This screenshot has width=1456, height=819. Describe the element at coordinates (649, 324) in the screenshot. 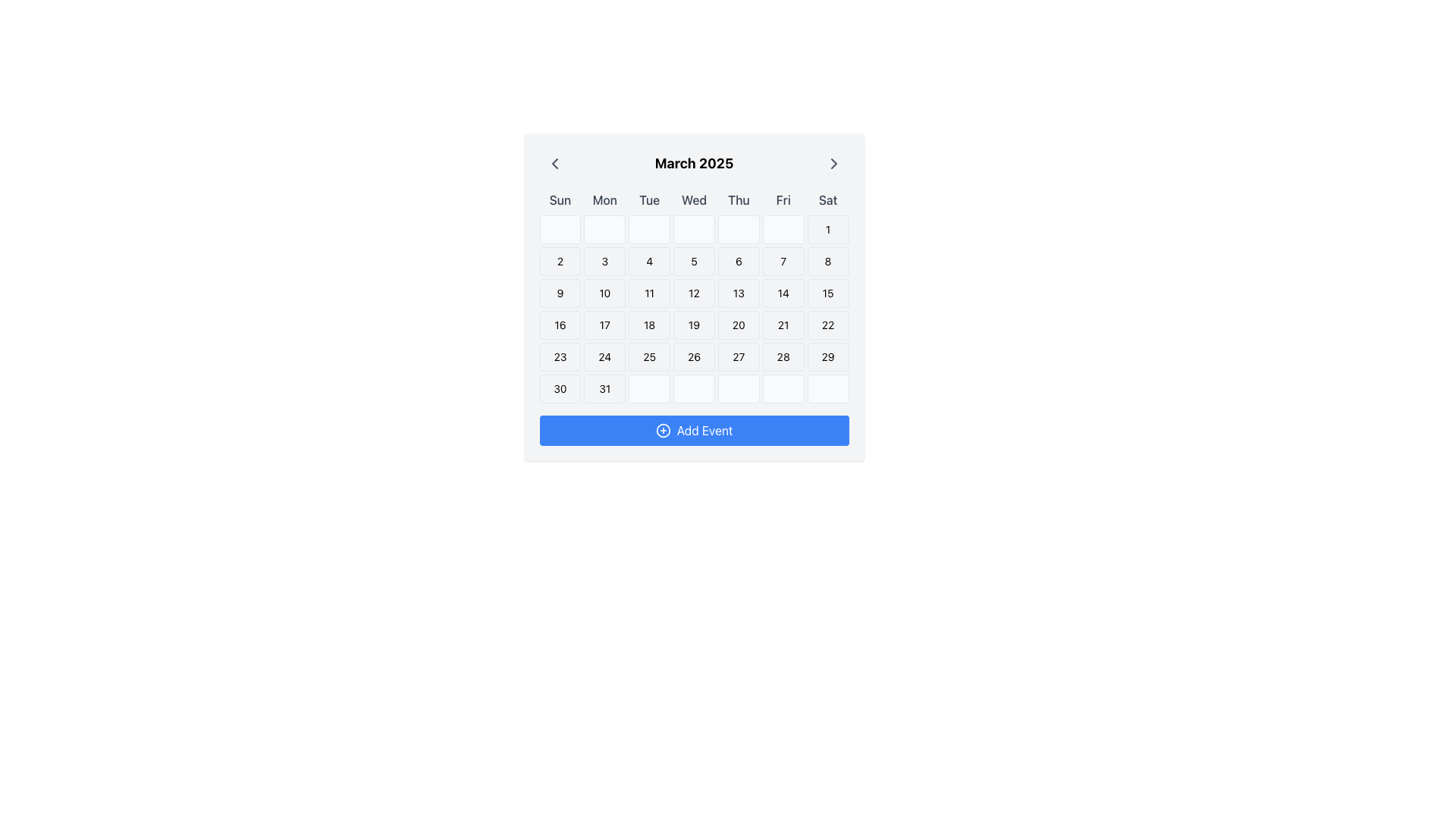

I see `the square button with rounded corners containing the text '18'` at that location.